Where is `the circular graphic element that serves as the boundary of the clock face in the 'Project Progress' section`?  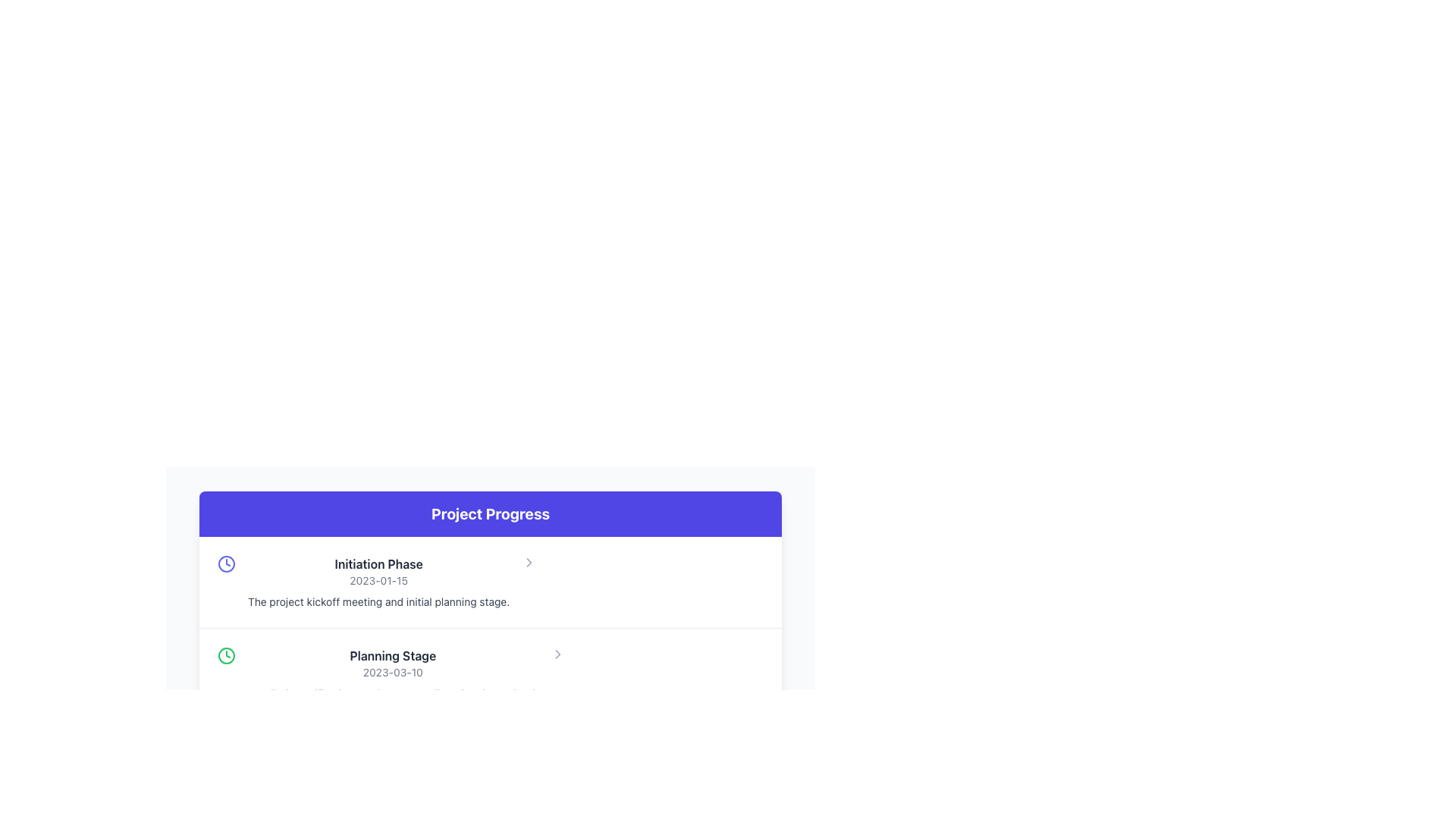
the circular graphic element that serves as the boundary of the clock face in the 'Project Progress' section is located at coordinates (225, 747).